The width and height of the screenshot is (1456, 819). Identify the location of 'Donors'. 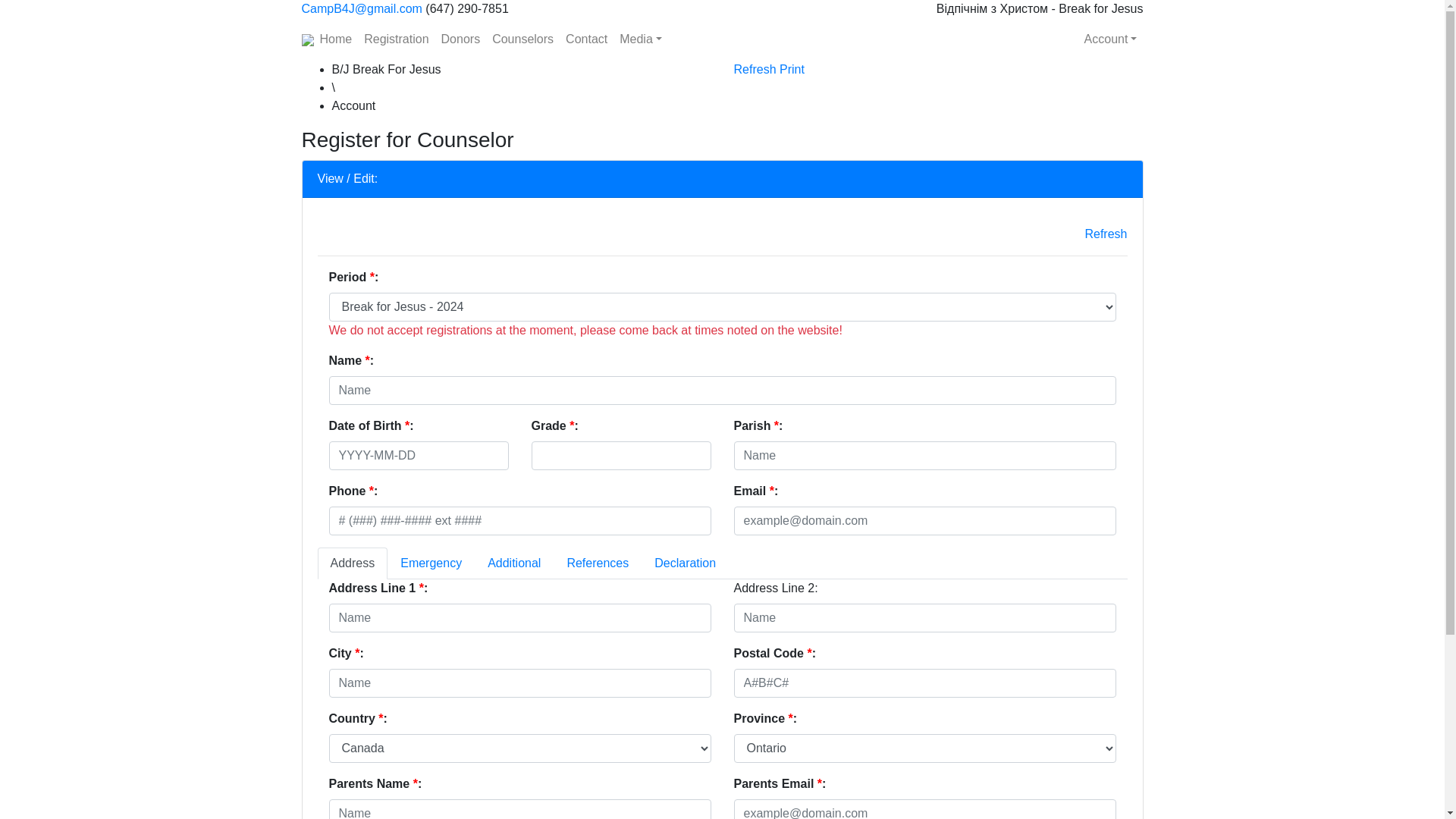
(460, 38).